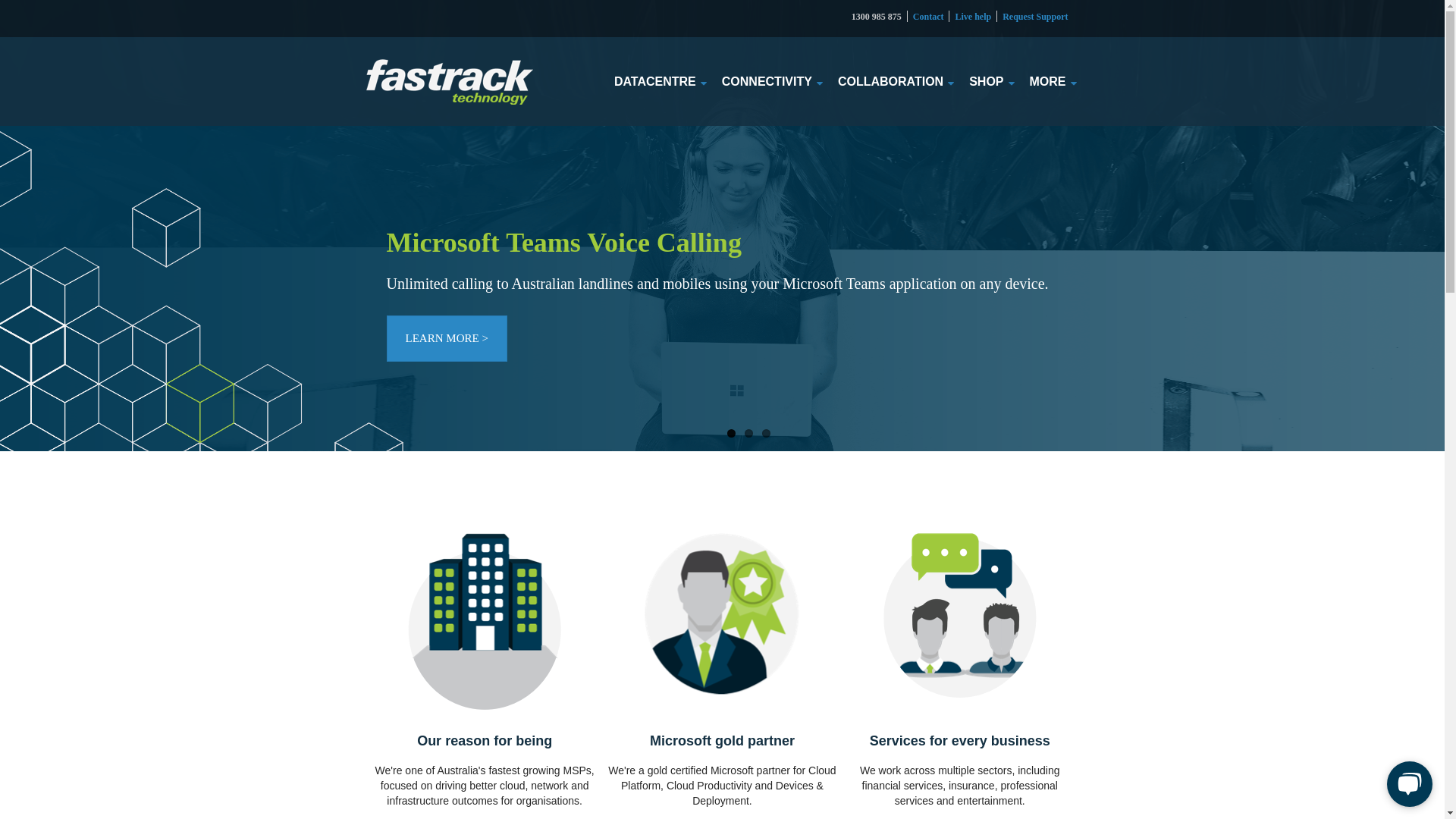 The width and height of the screenshot is (1456, 819). Describe the element at coordinates (927, 17) in the screenshot. I see `'Contact'` at that location.